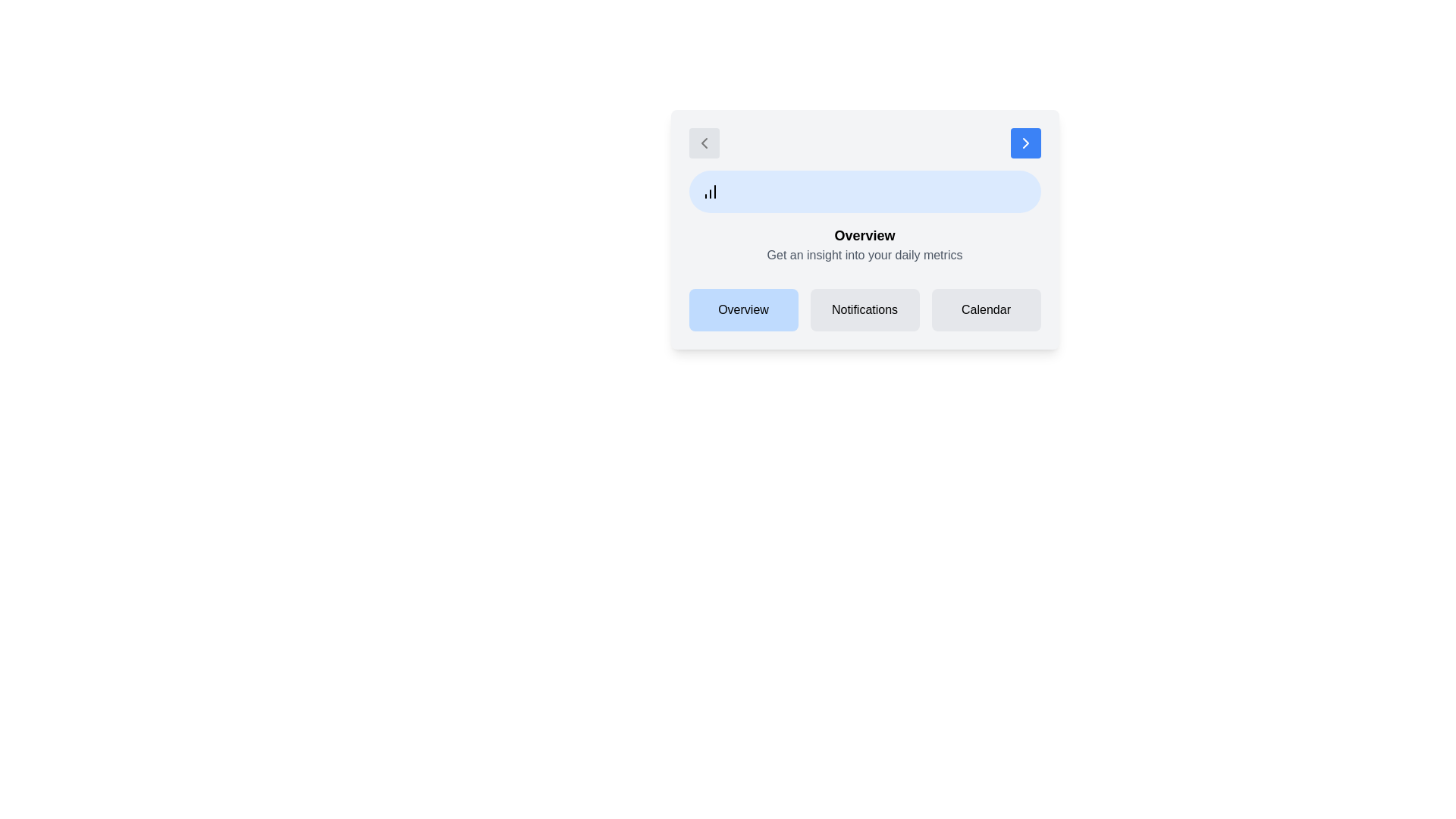 This screenshot has width=1456, height=819. I want to click on right navigation button to move to the next step, so click(1025, 143).